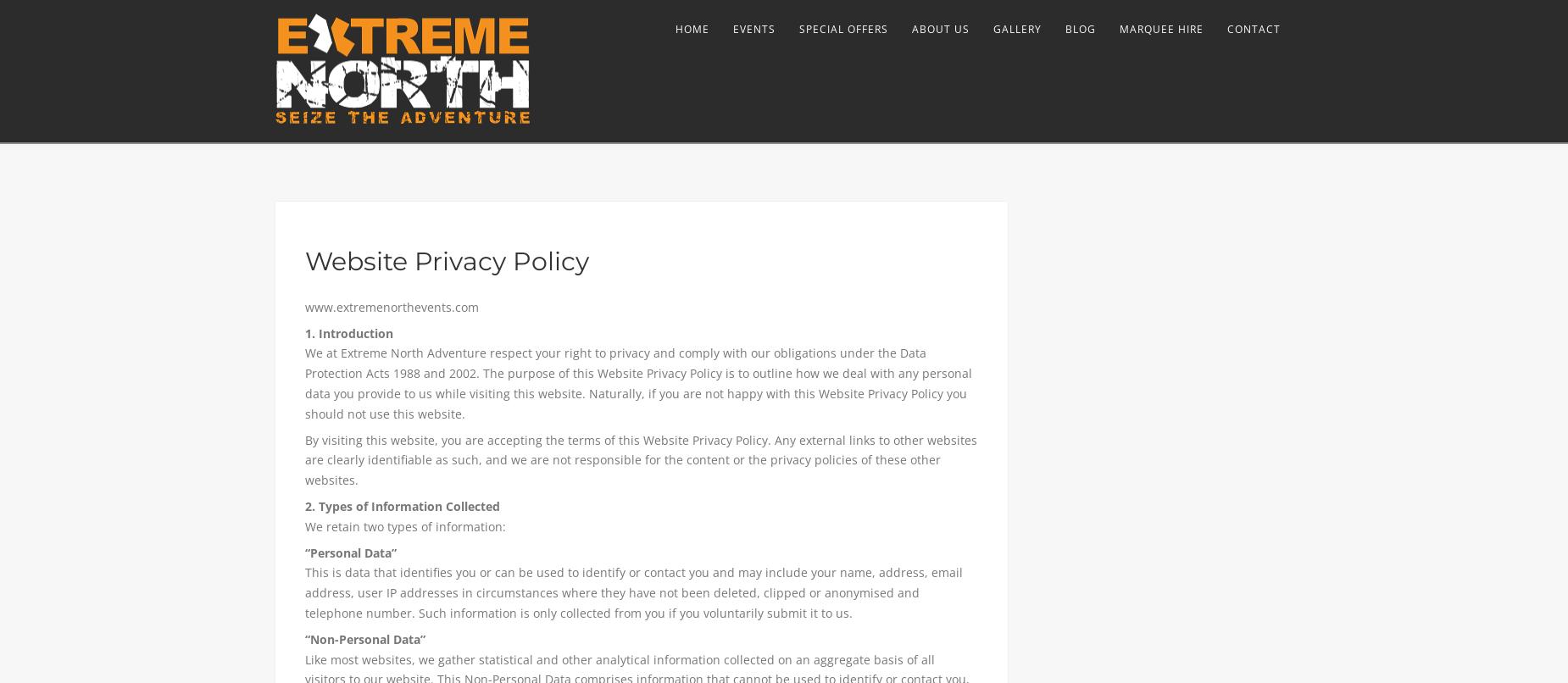 This screenshot has height=683, width=1568. What do you see at coordinates (637, 383) in the screenshot?
I see `'We at Extreme North Adventure respect your right to privacy and comply with our obligations under the Data Protection Acts 1988 and 2002. The purpose of this Website Privacy Policy is to outline how we deal with any personal data you provide to us while visiting this website. Naturally, if you are not happy with this Website Privacy Policy you should not use this website.'` at bounding box center [637, 383].